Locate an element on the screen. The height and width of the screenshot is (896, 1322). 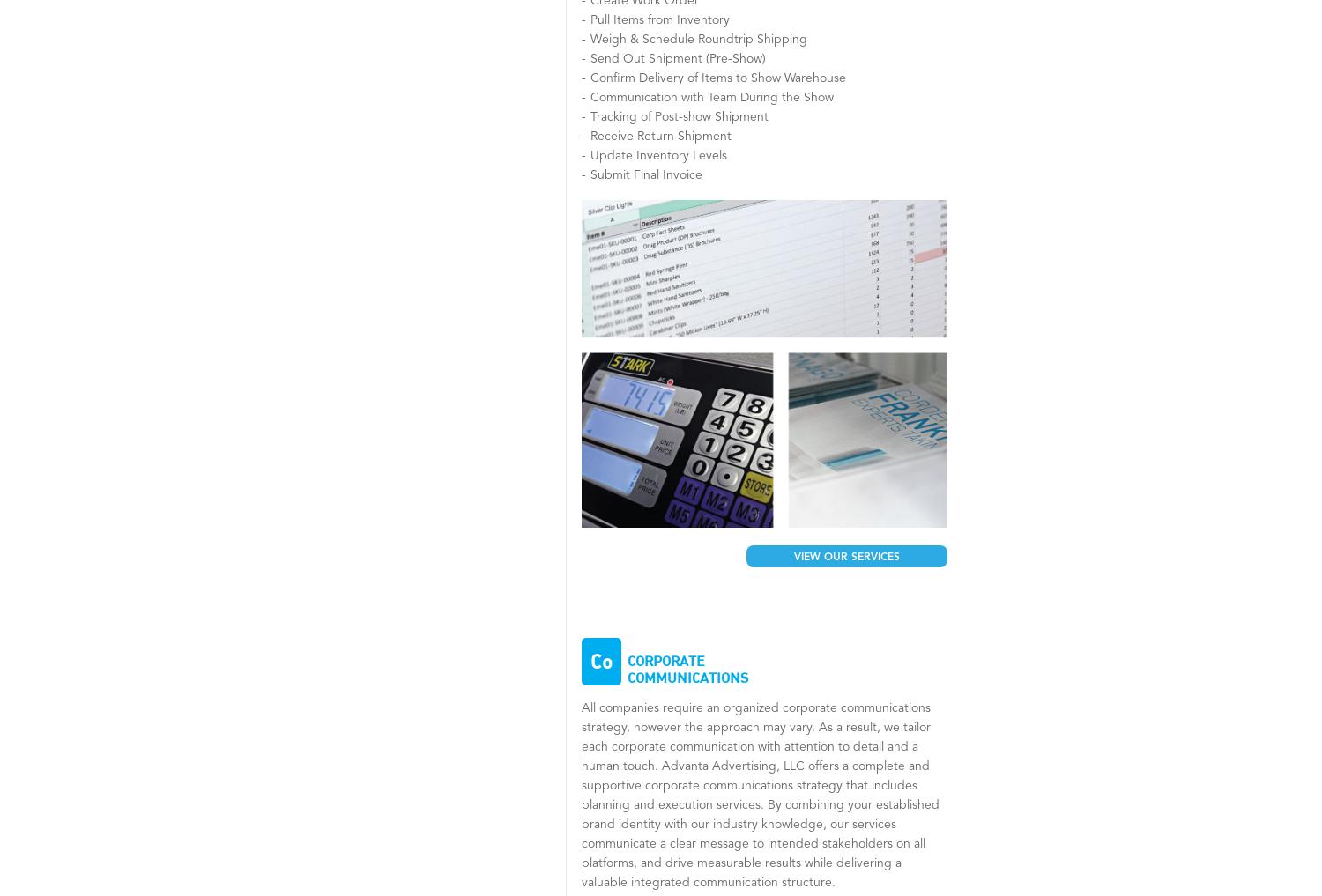
'Communication with Team During the Show' is located at coordinates (590, 97).